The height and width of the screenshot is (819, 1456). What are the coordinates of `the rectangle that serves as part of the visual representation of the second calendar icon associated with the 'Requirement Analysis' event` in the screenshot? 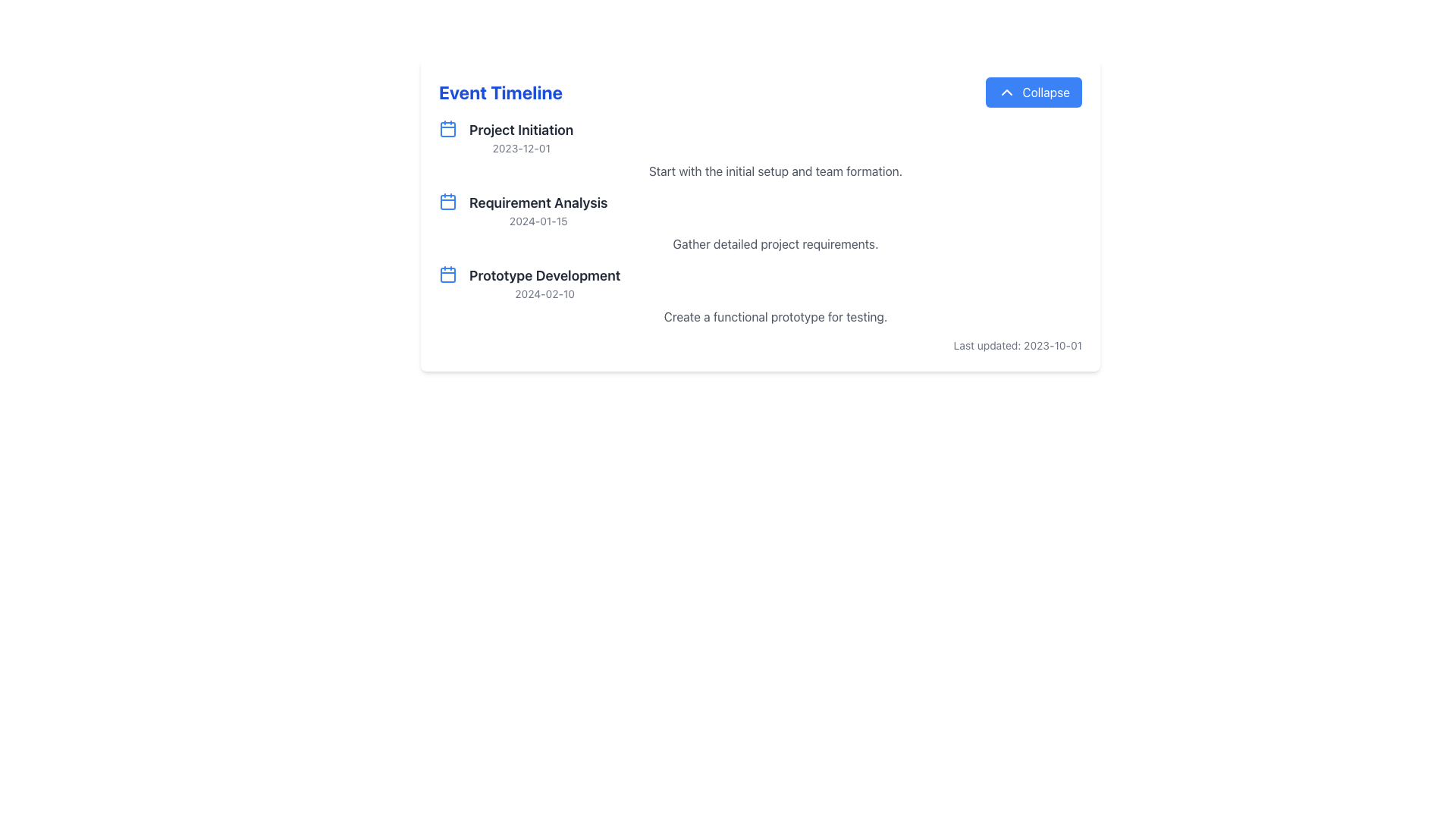 It's located at (447, 201).